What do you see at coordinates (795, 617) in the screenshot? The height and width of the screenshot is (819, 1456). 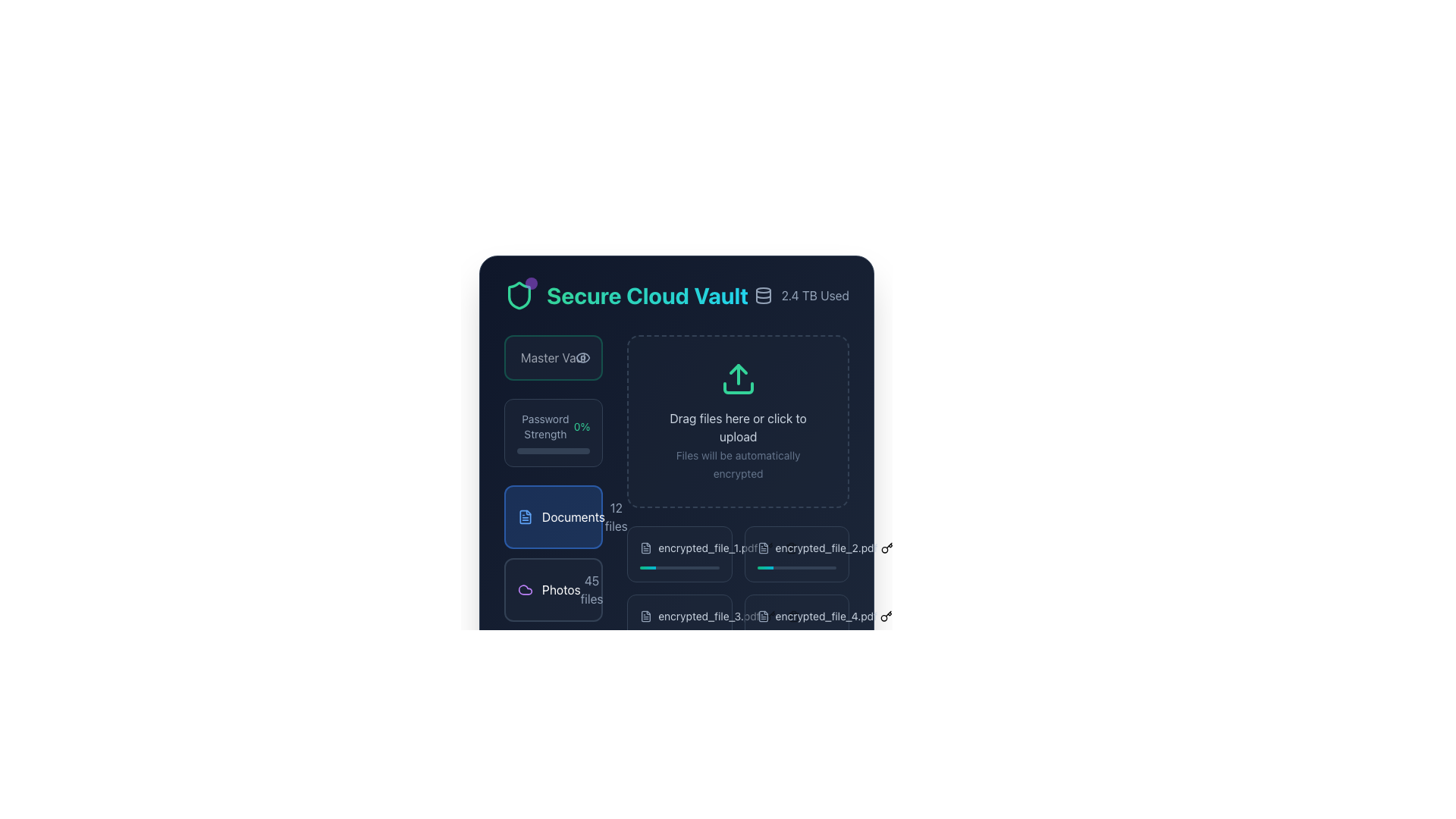 I see `the 'encrypted_file_4.pdf' file list entry` at bounding box center [795, 617].